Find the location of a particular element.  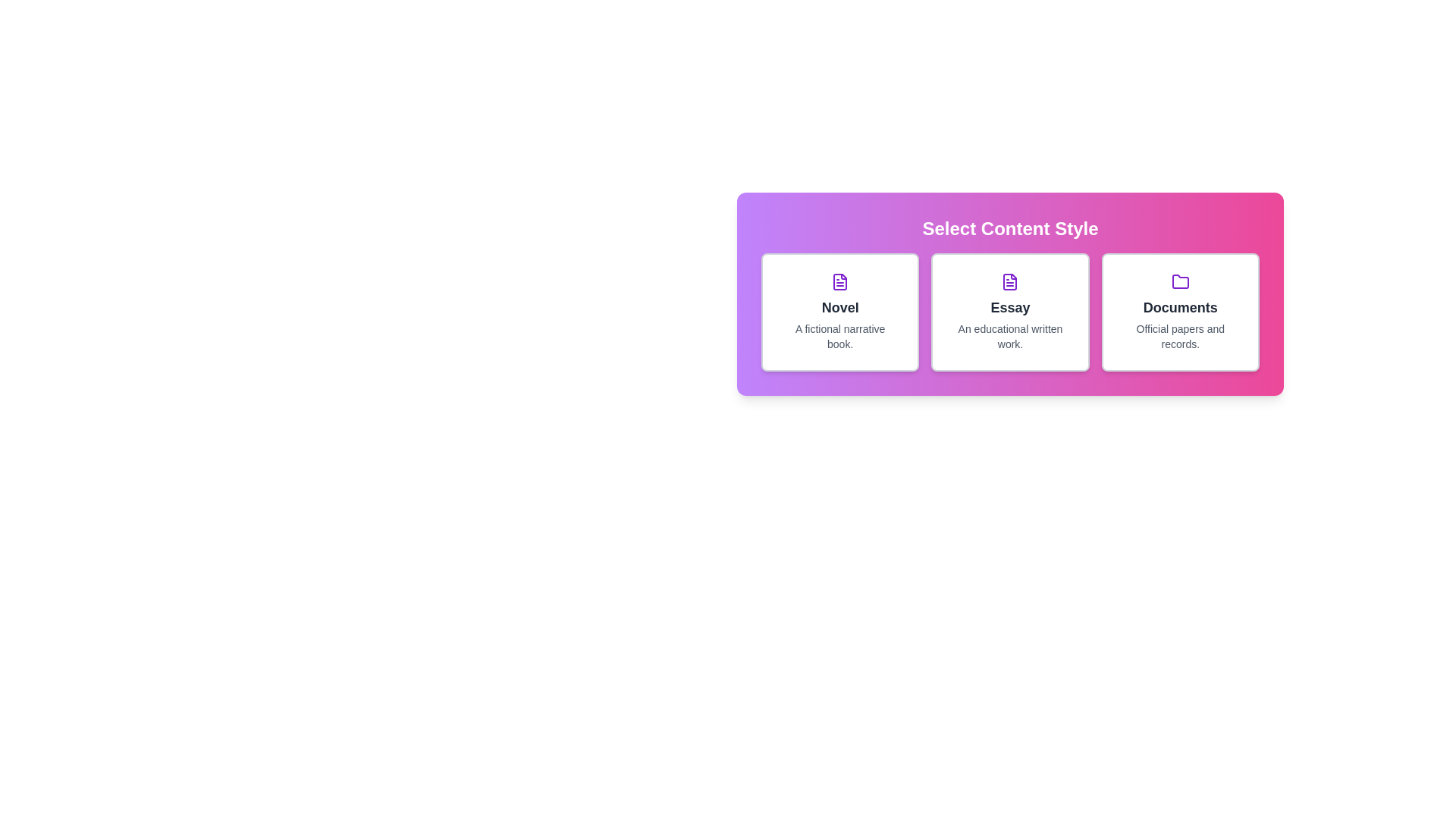

the text label that reads 'A fictional narrative book.' styled in gray color, located below the title 'Novel' in the leftmost card of three horizontally aligned cards is located at coordinates (839, 335).